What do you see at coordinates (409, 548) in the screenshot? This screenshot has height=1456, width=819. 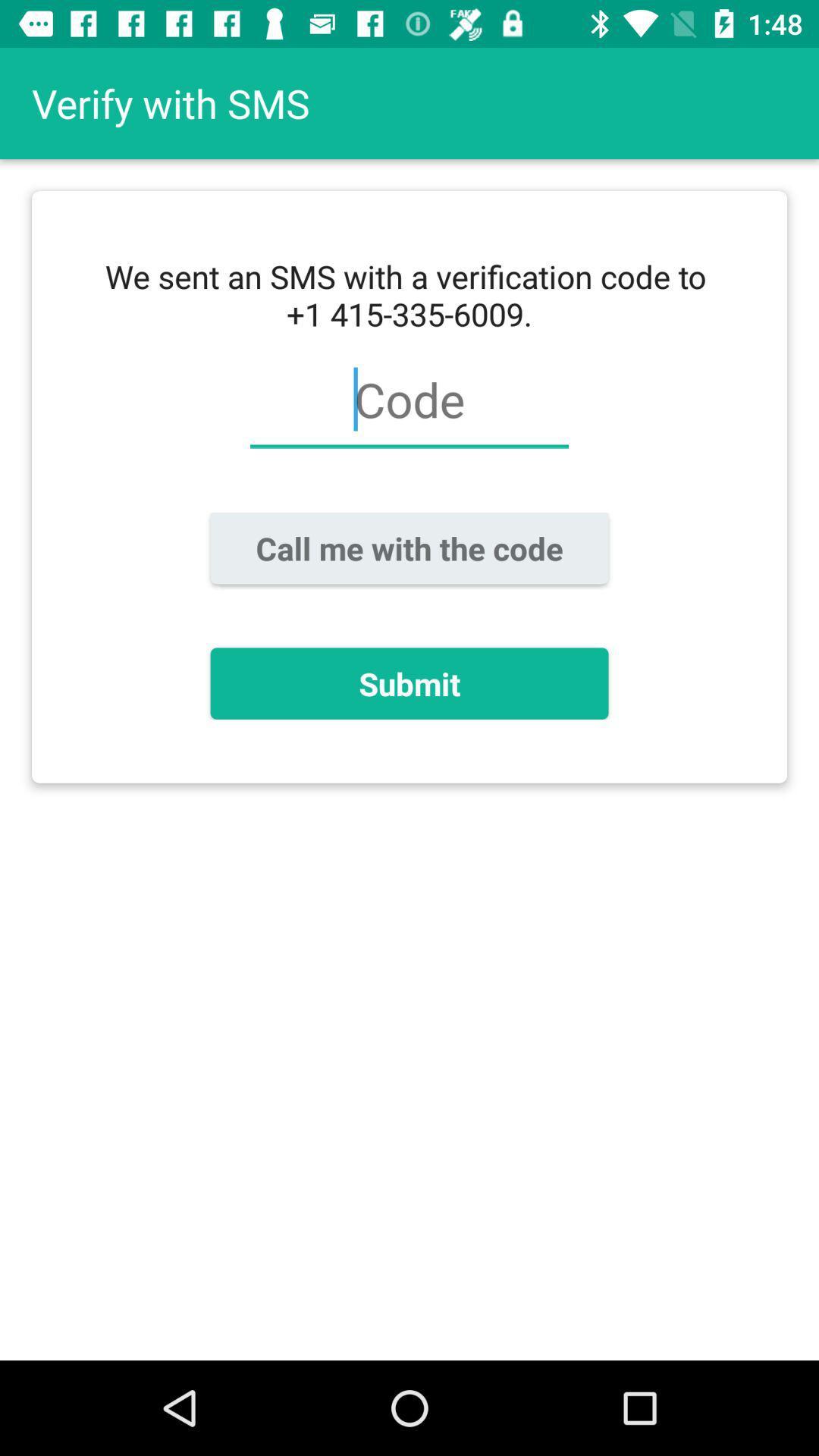 I see `call me with item` at bounding box center [409, 548].